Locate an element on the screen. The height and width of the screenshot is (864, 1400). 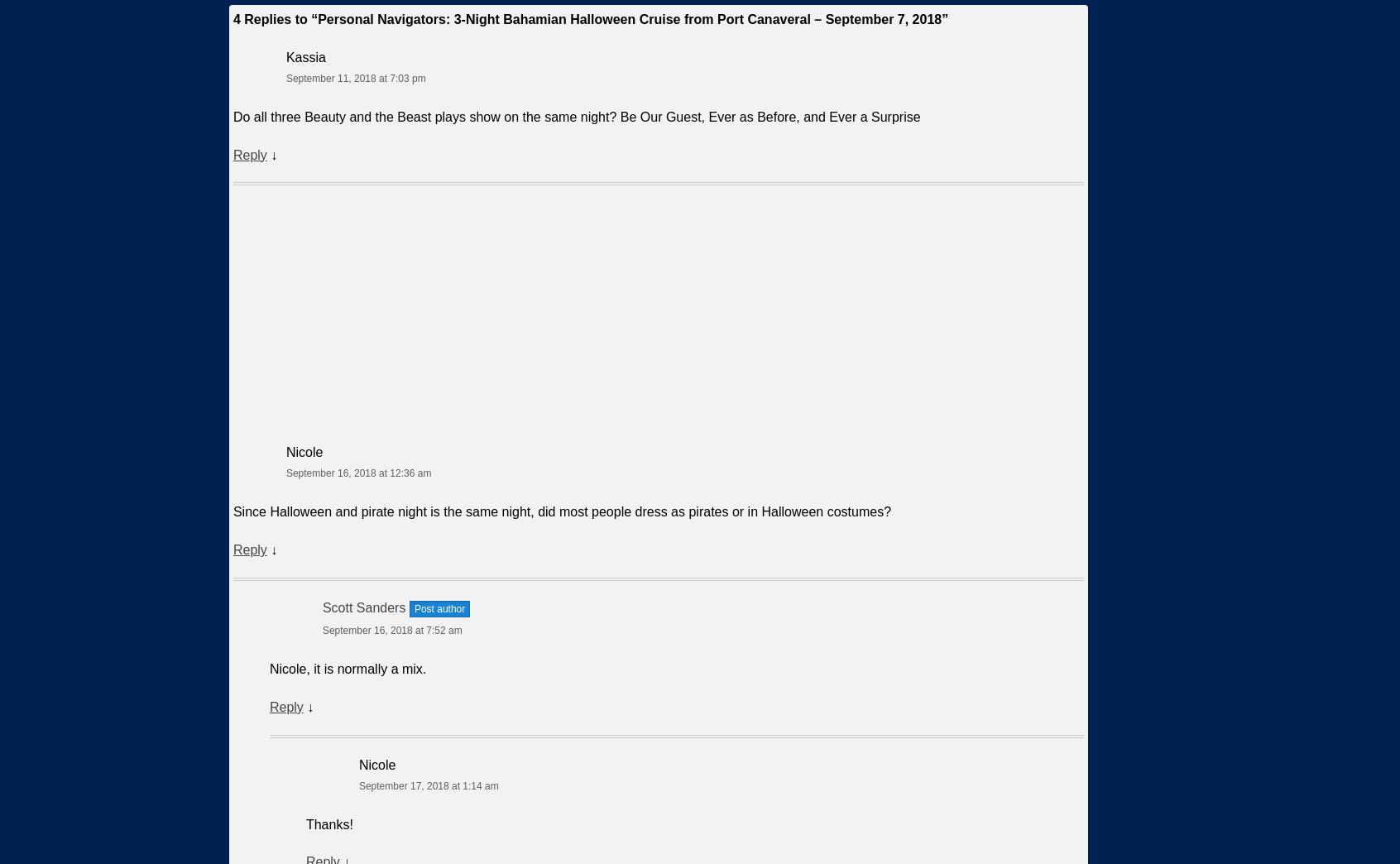
'Since Halloween and pirate night is the same night, did most people dress as pirates or in Halloween costumes?' is located at coordinates (561, 511).